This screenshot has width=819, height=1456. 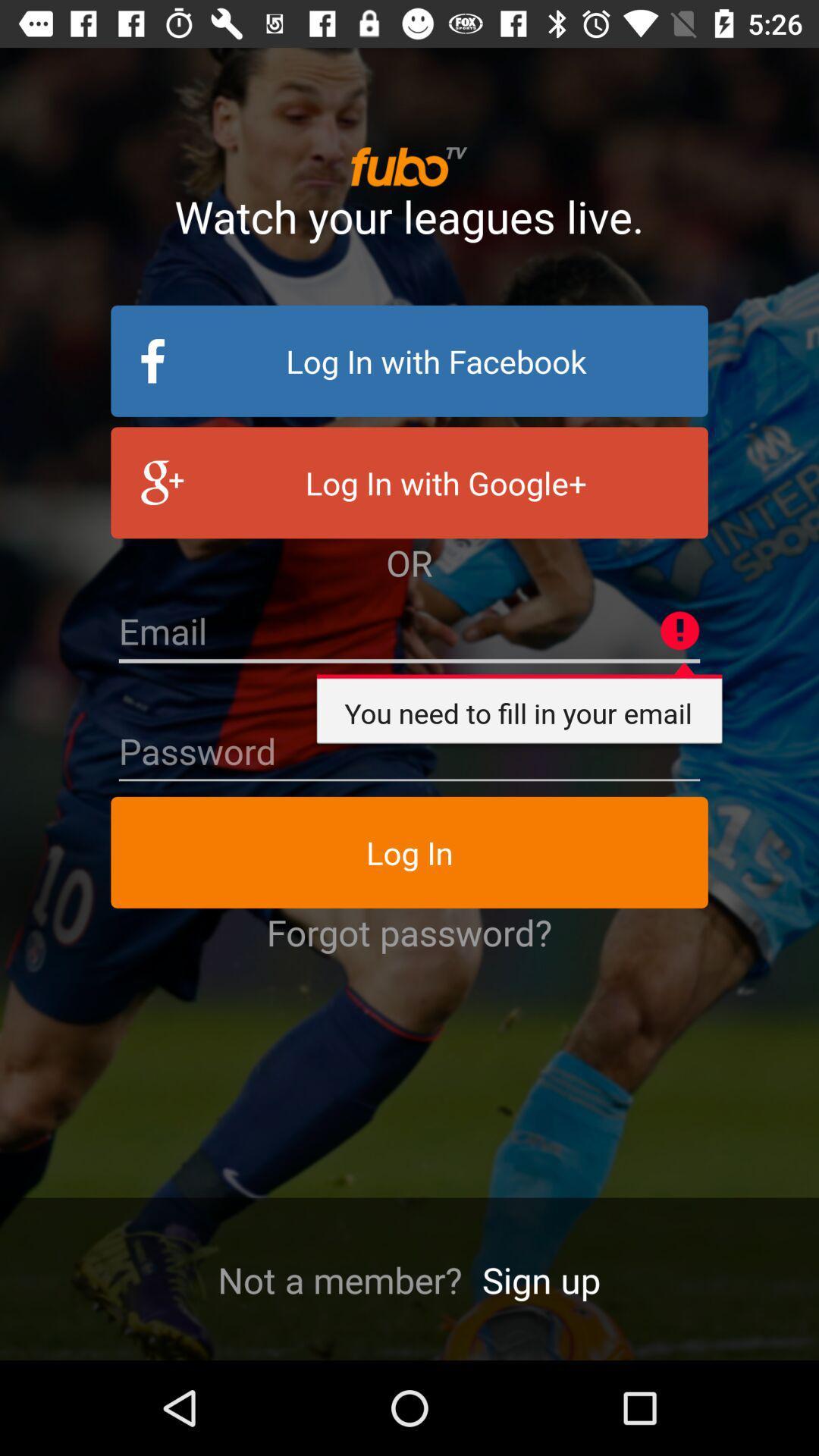 What do you see at coordinates (409, 752) in the screenshot?
I see `password field` at bounding box center [409, 752].